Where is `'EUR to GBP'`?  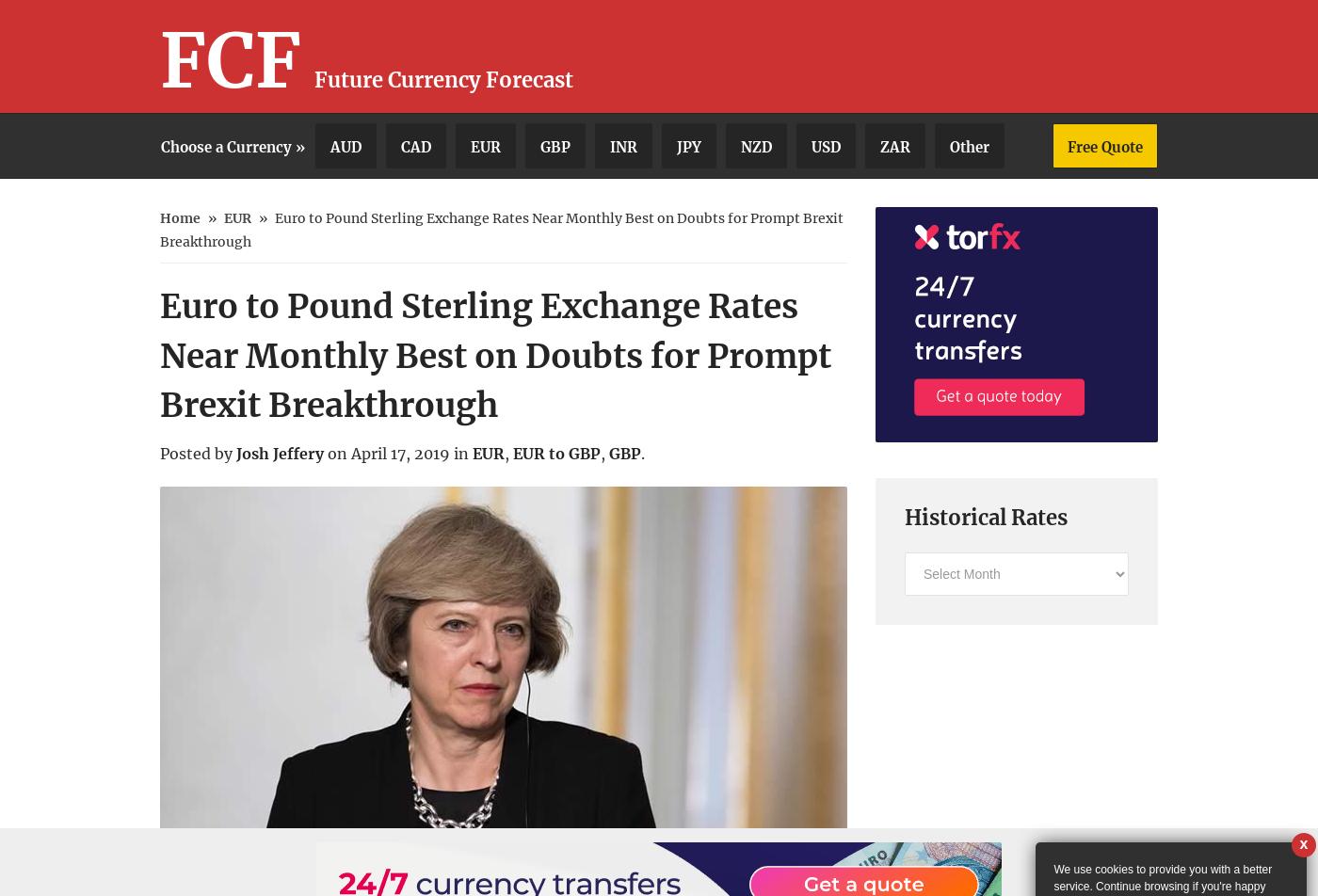
'EUR to GBP' is located at coordinates (556, 453).